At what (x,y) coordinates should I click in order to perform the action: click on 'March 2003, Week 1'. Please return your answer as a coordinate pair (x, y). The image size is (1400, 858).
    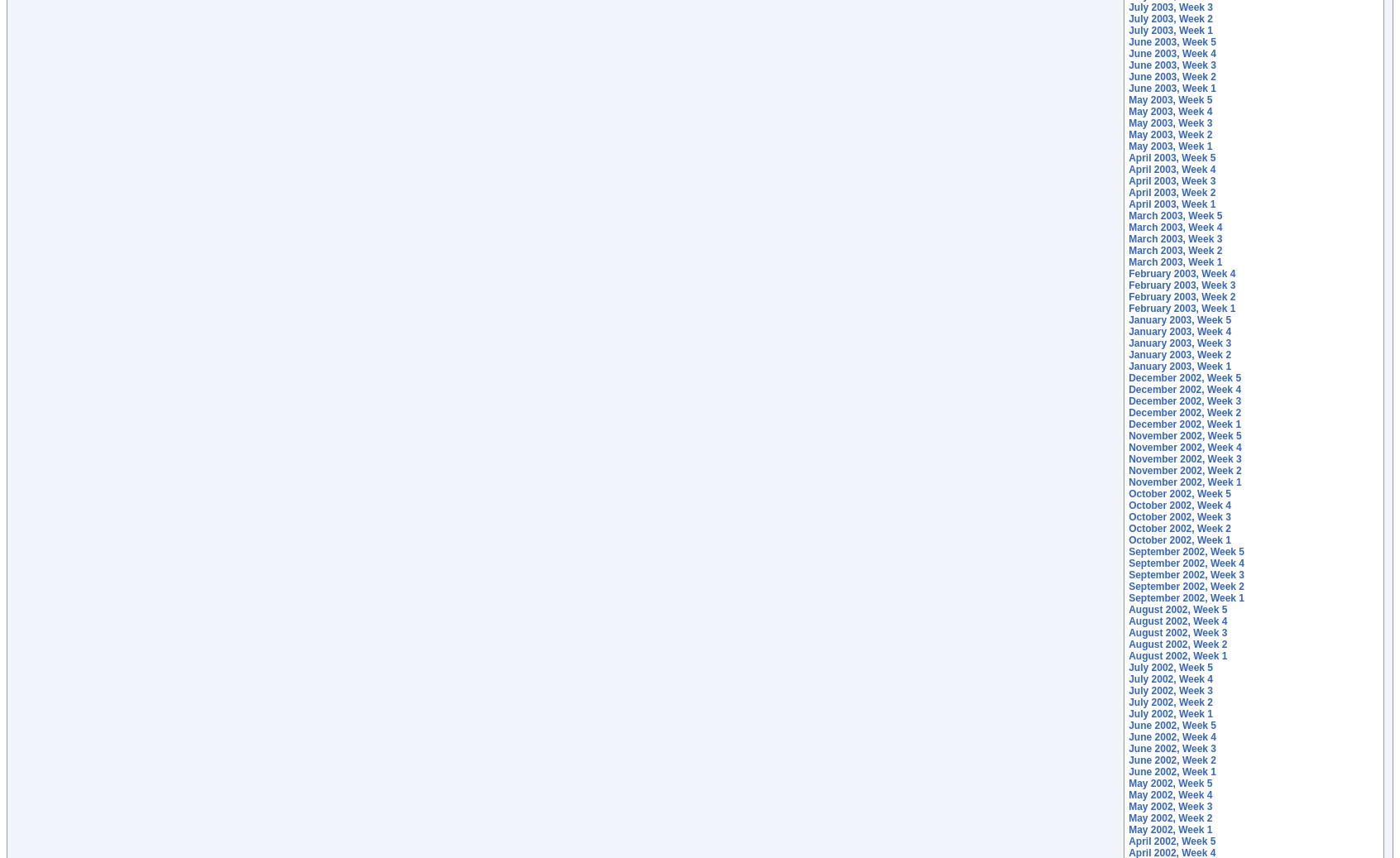
    Looking at the image, I should click on (1128, 261).